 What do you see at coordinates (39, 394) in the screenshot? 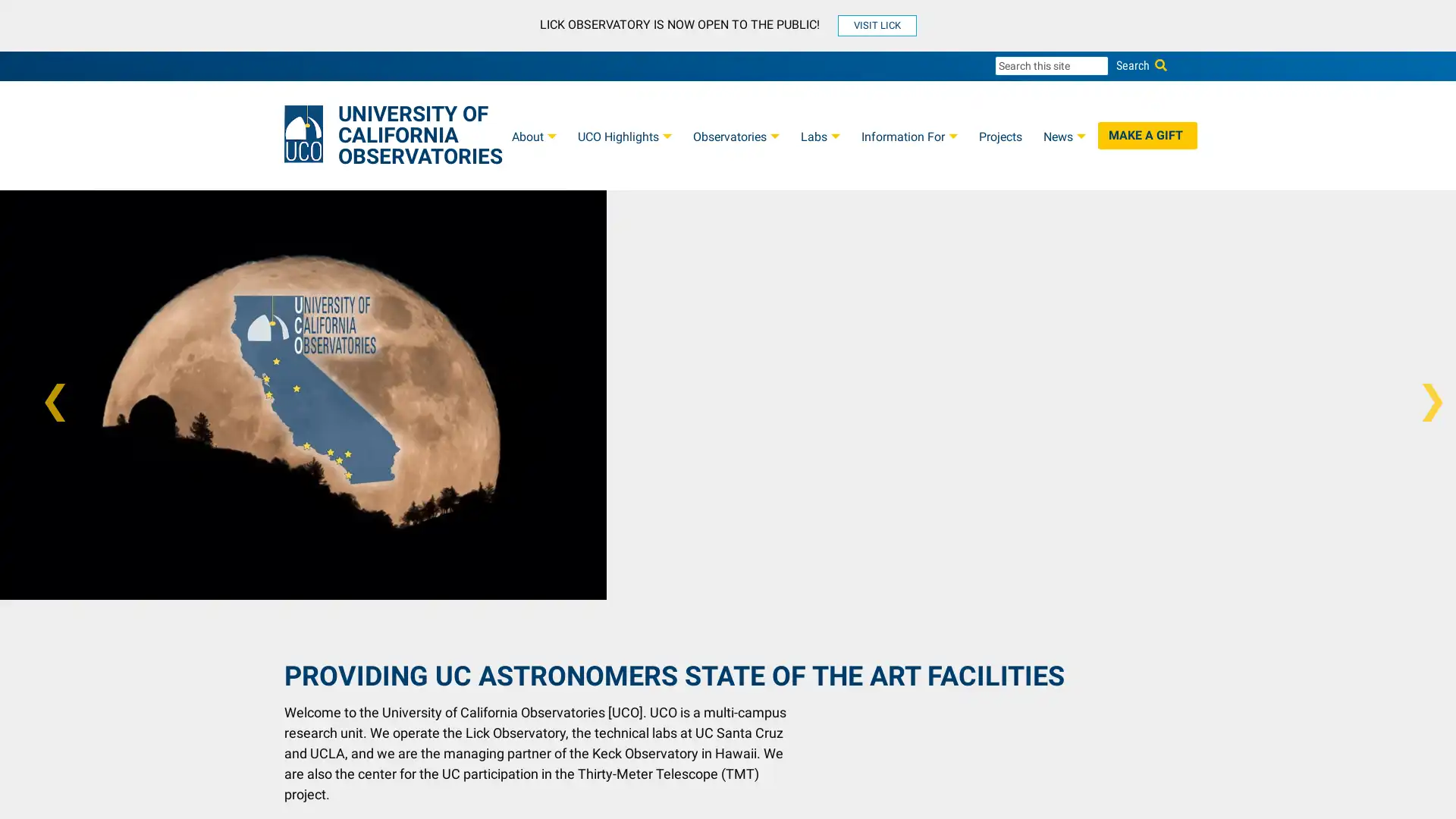
I see `Previous` at bounding box center [39, 394].